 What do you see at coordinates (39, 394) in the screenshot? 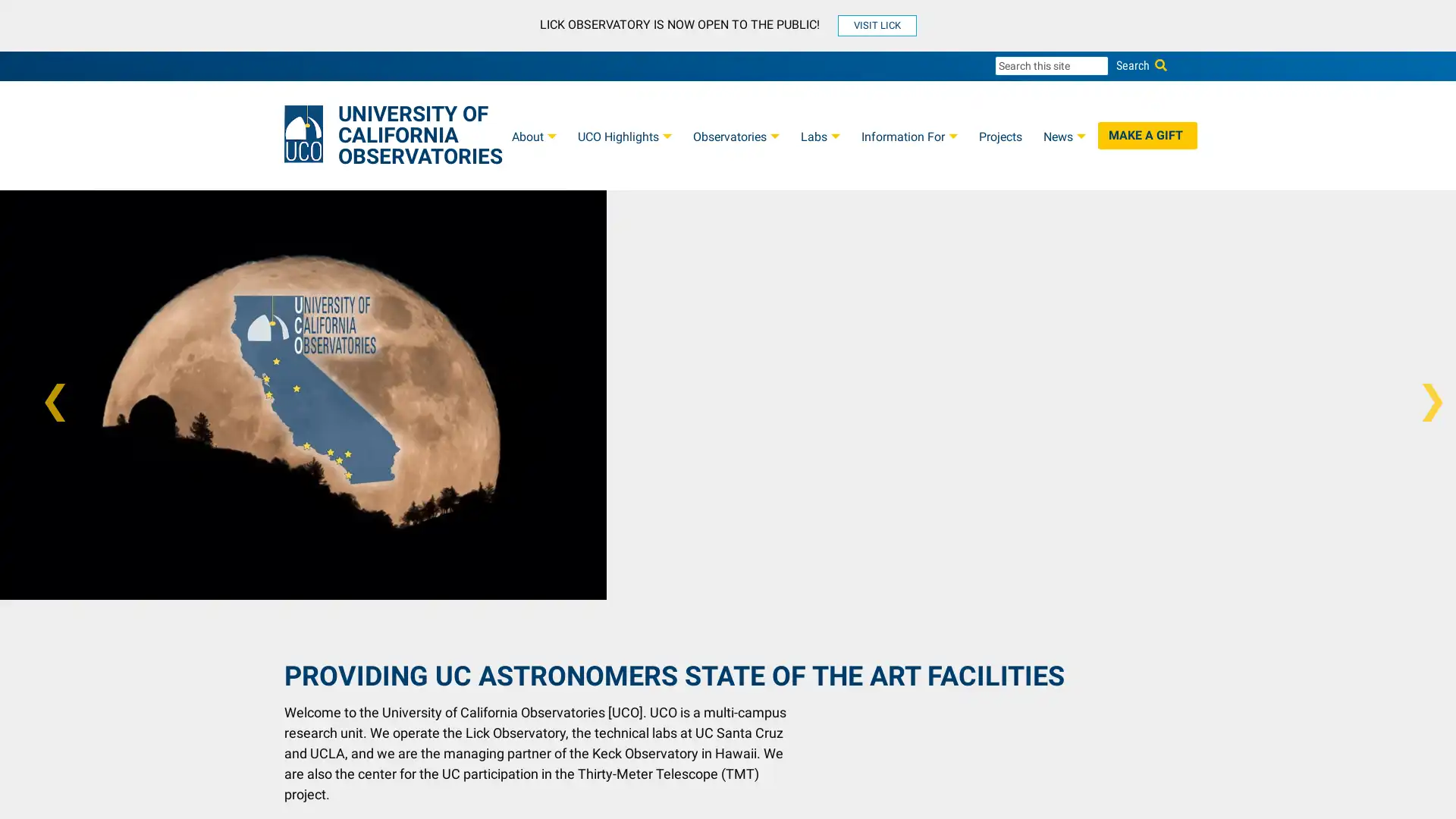
I see `Previous` at bounding box center [39, 394].